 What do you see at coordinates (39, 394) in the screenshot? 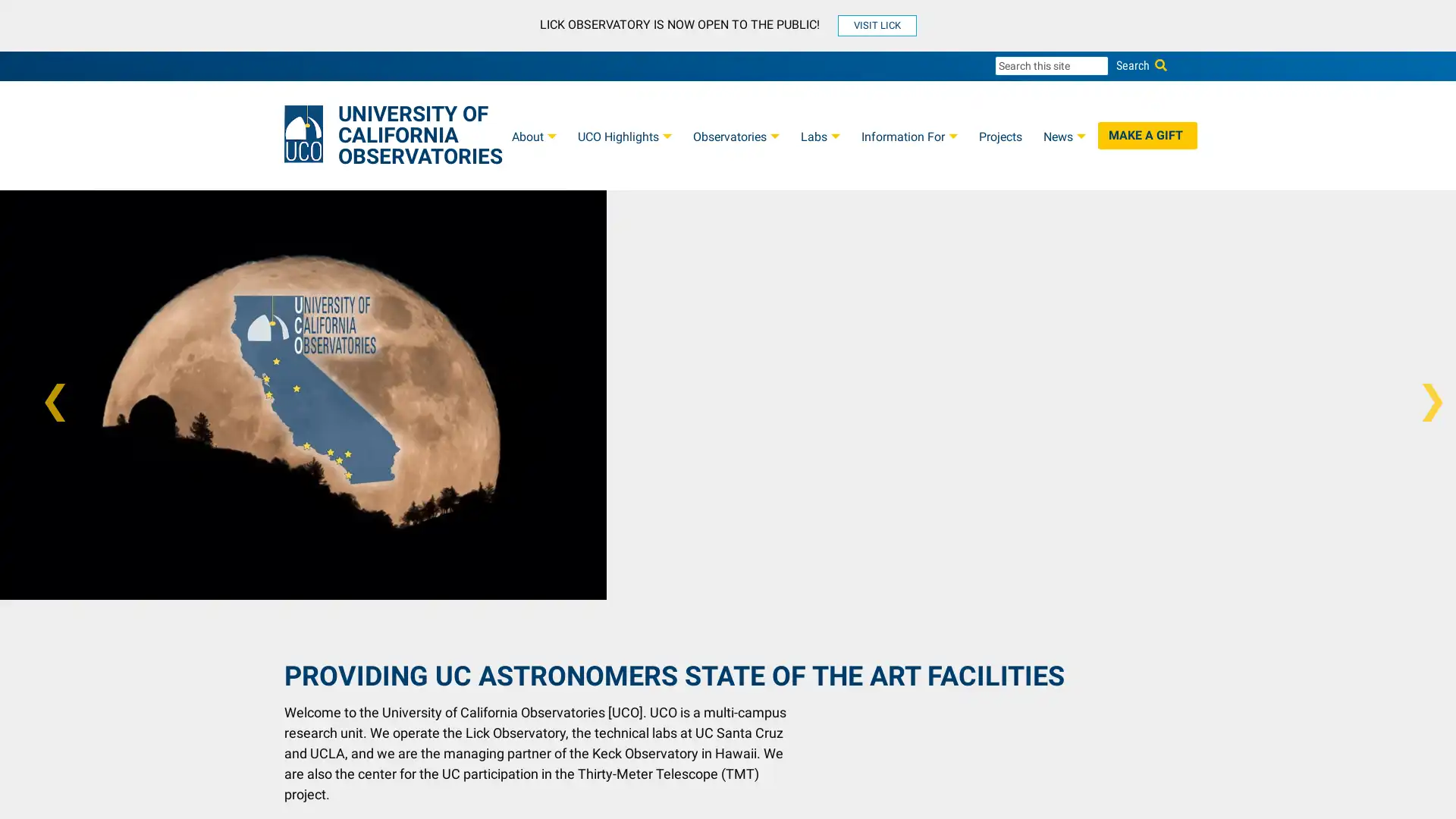
I see `Previous` at bounding box center [39, 394].